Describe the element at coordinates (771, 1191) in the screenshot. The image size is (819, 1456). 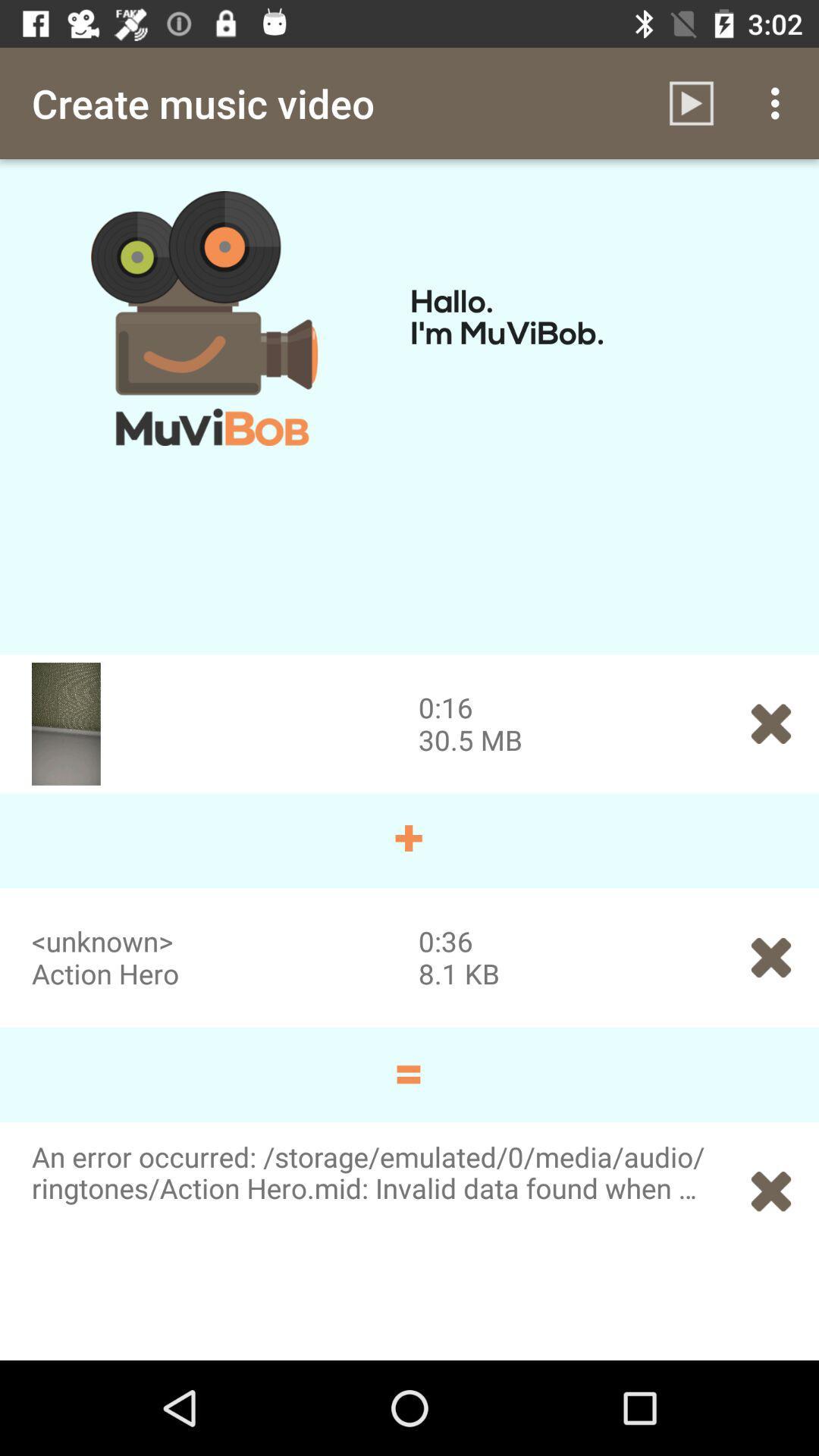
I see `item next to an error occurred icon` at that location.